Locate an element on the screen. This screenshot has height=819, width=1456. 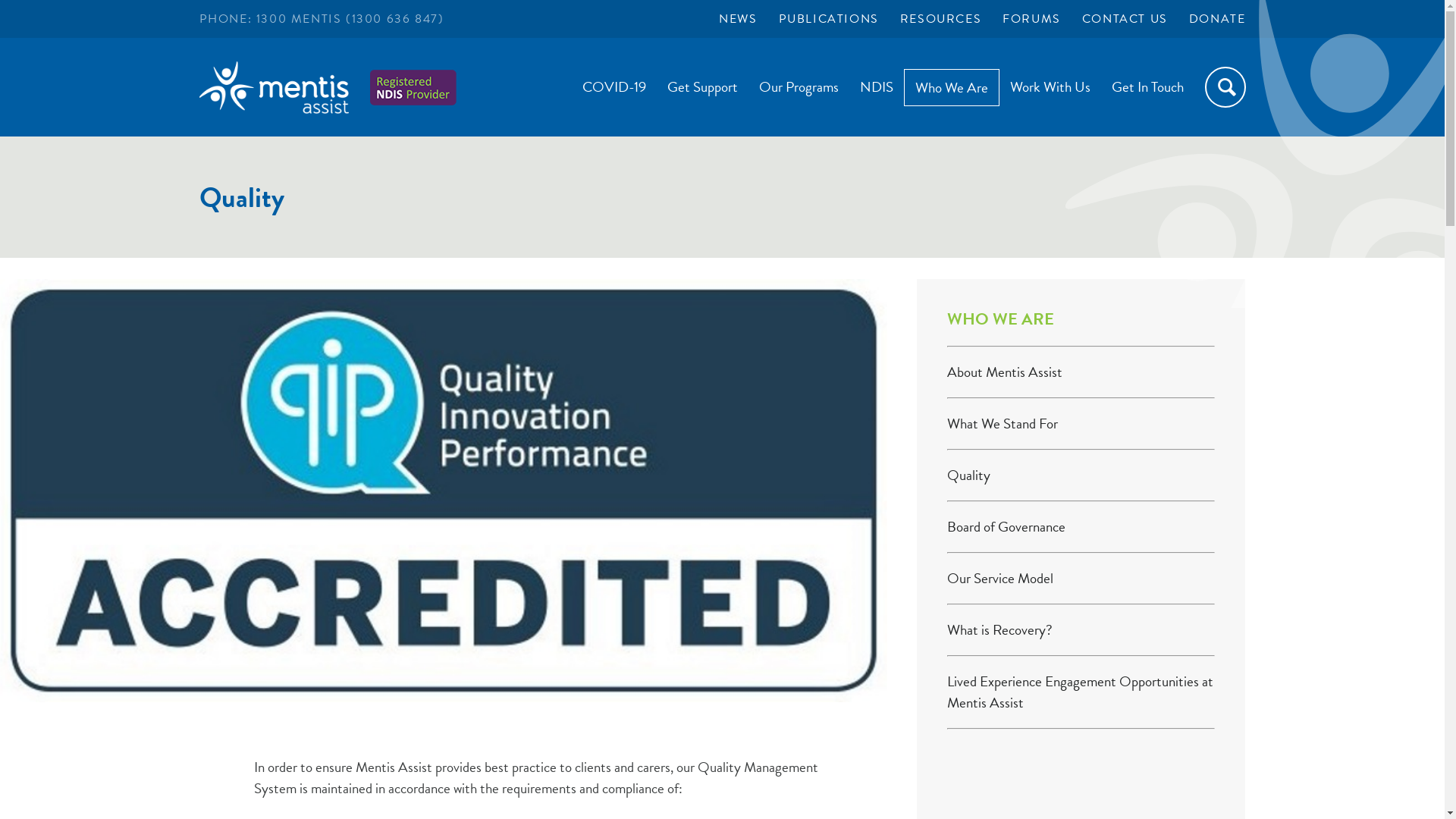
'HOME' is located at coordinates (273, 94).